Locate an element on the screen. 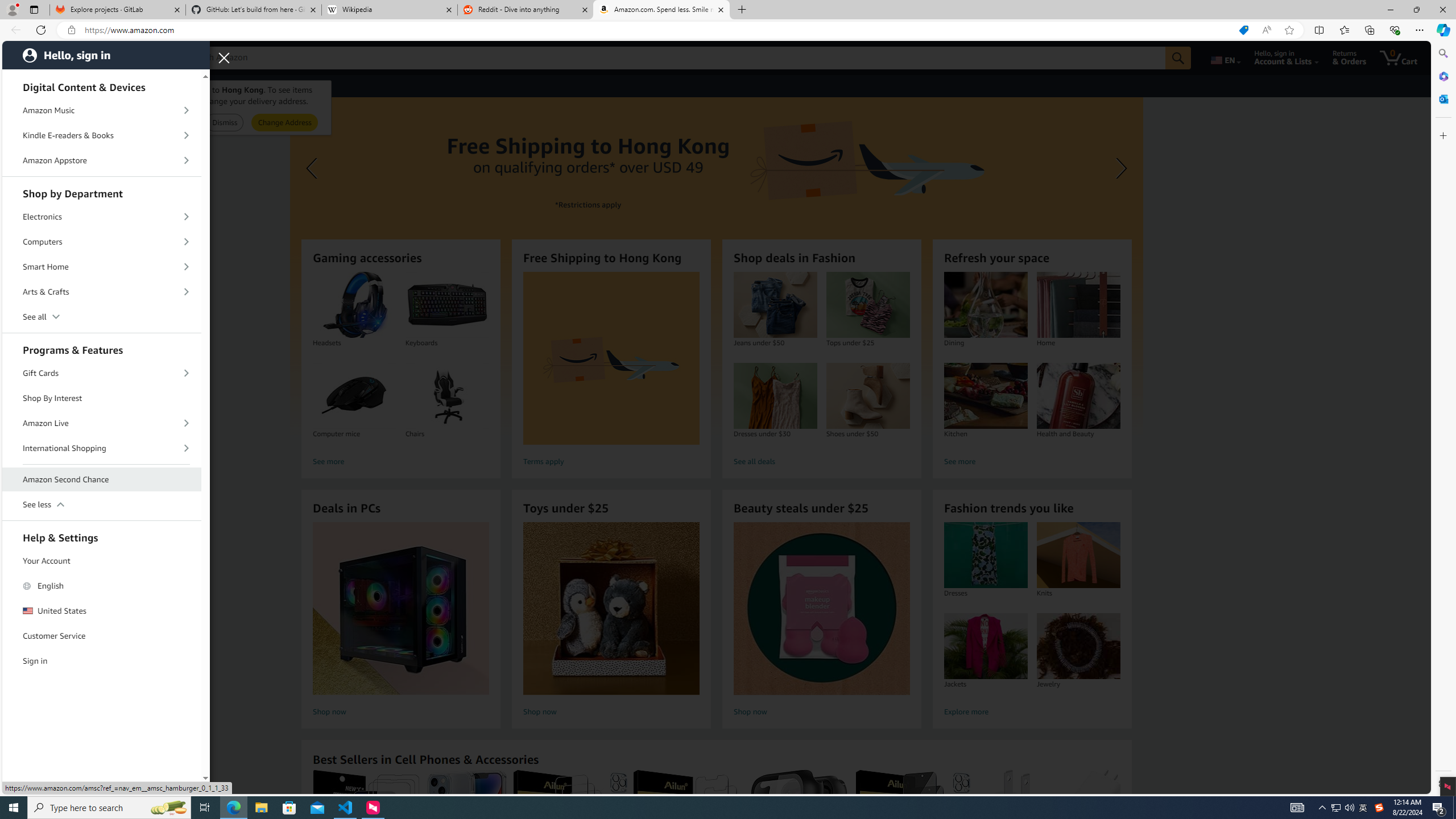 This screenshot has width=1456, height=819. 'See less' is located at coordinates (102, 504).